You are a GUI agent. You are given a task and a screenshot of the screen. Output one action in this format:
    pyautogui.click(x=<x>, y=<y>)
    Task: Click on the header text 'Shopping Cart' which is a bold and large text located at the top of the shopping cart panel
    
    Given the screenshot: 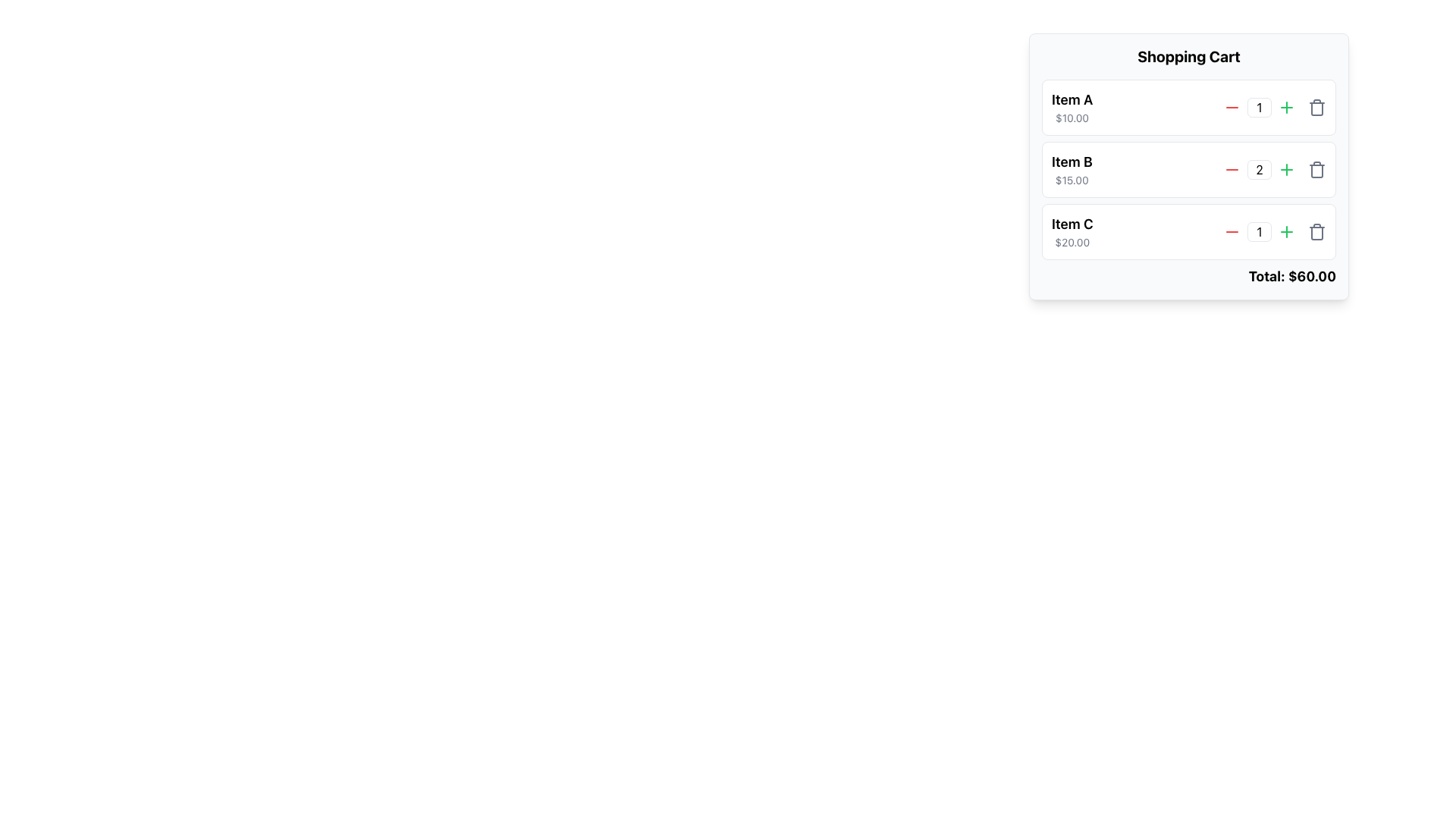 What is the action you would take?
    pyautogui.click(x=1188, y=55)
    